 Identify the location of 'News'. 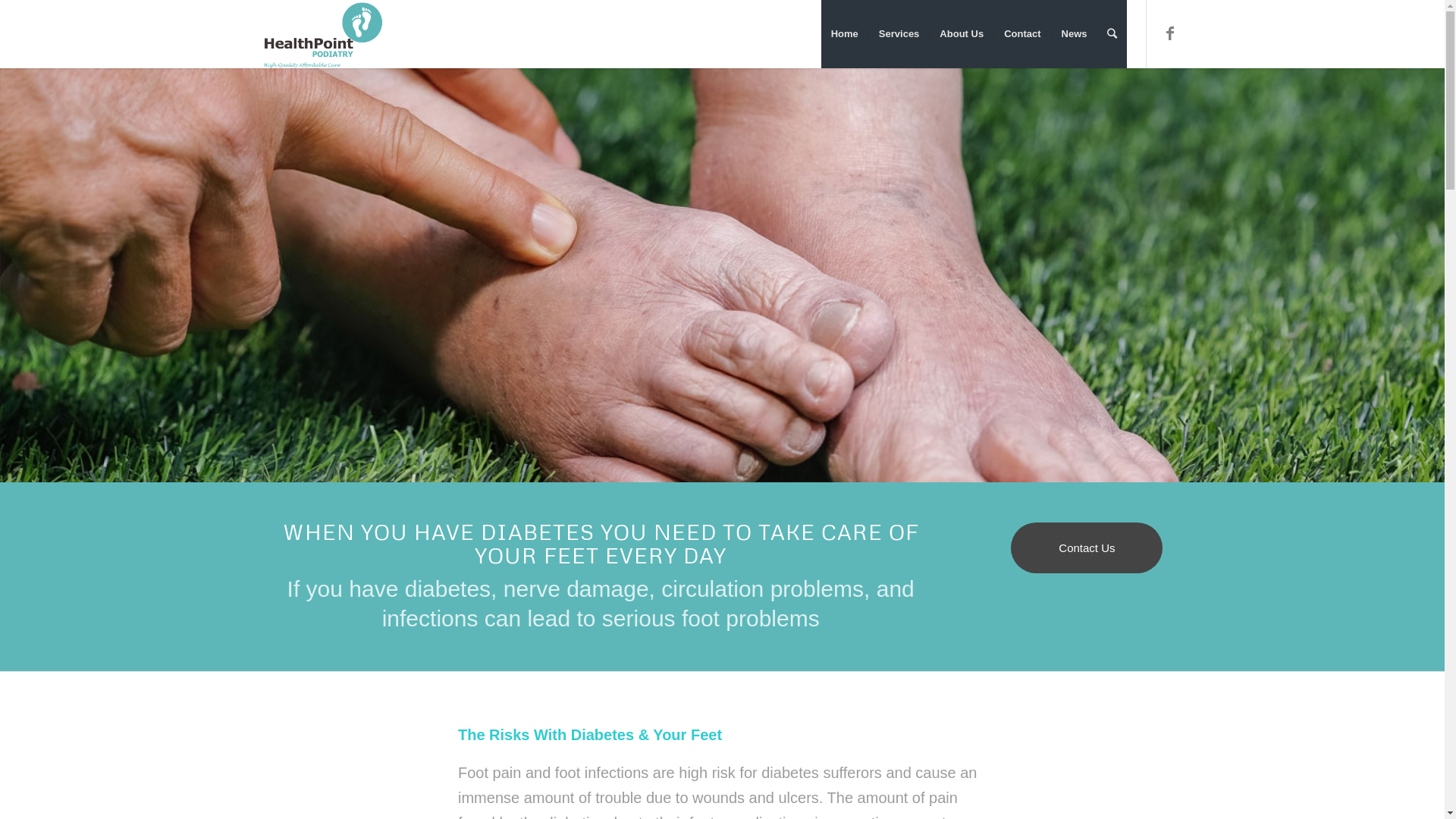
(1073, 34).